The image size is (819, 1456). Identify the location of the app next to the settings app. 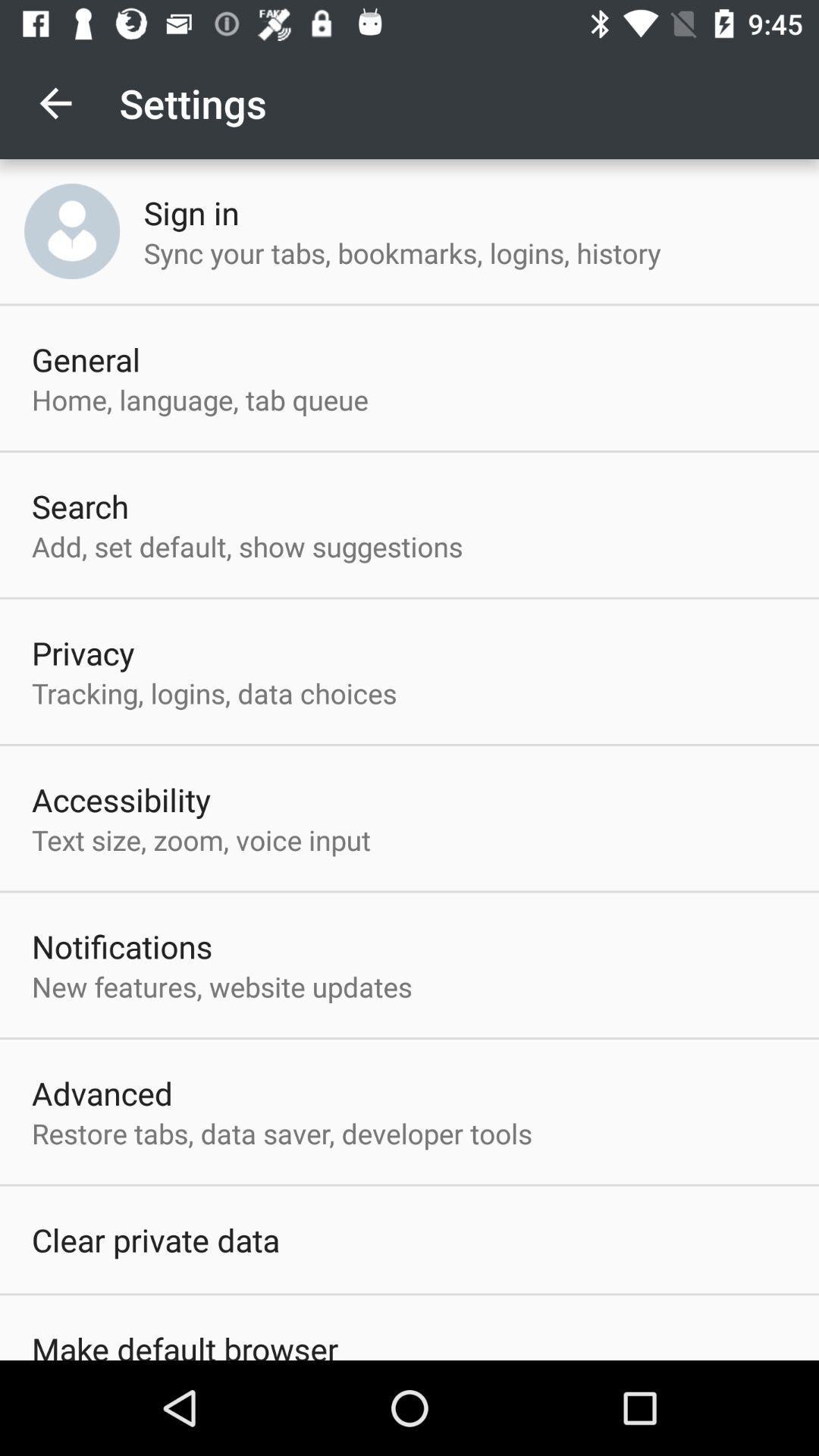
(55, 102).